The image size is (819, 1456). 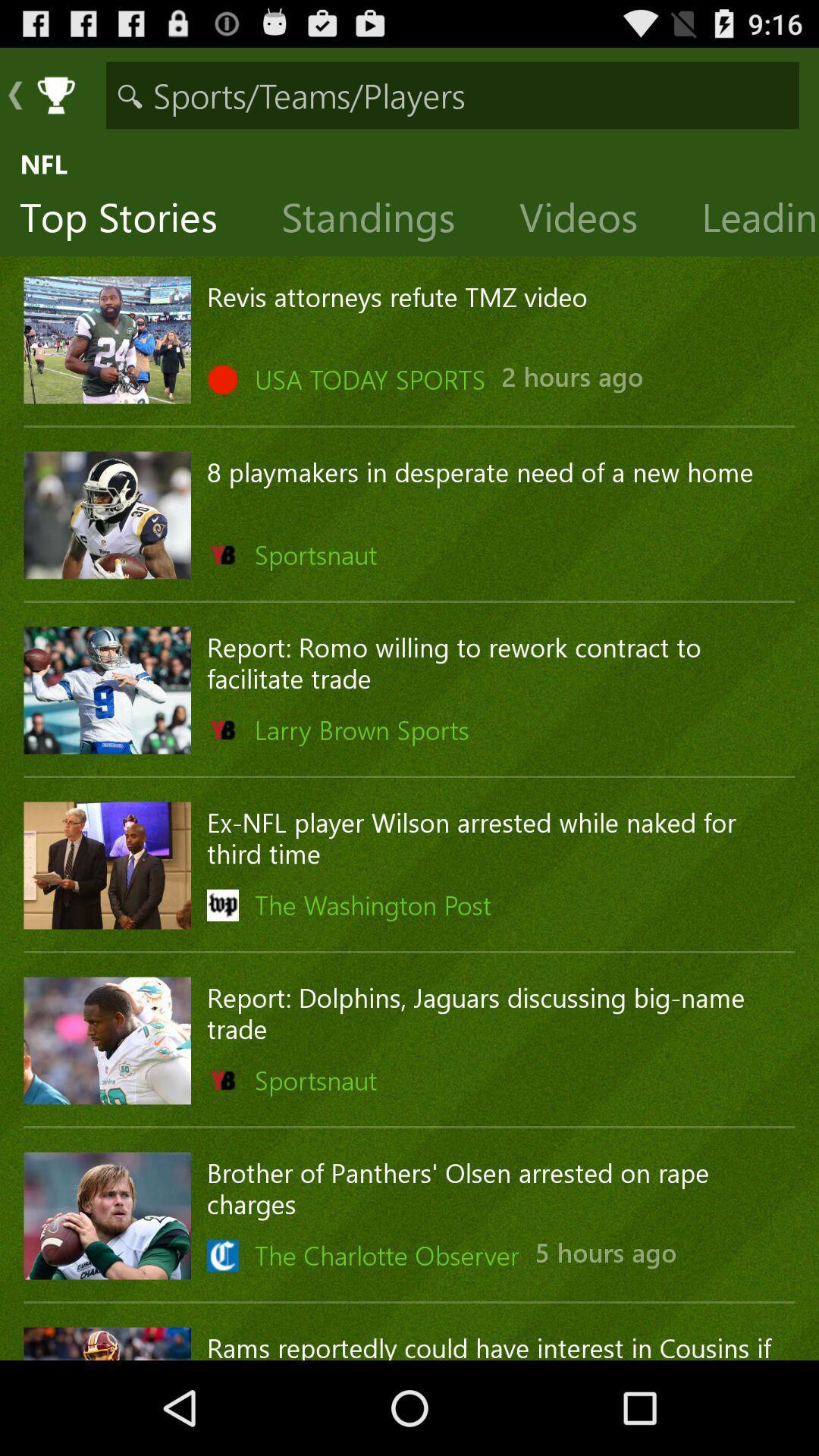 What do you see at coordinates (379, 220) in the screenshot?
I see `icon next to the videos item` at bounding box center [379, 220].